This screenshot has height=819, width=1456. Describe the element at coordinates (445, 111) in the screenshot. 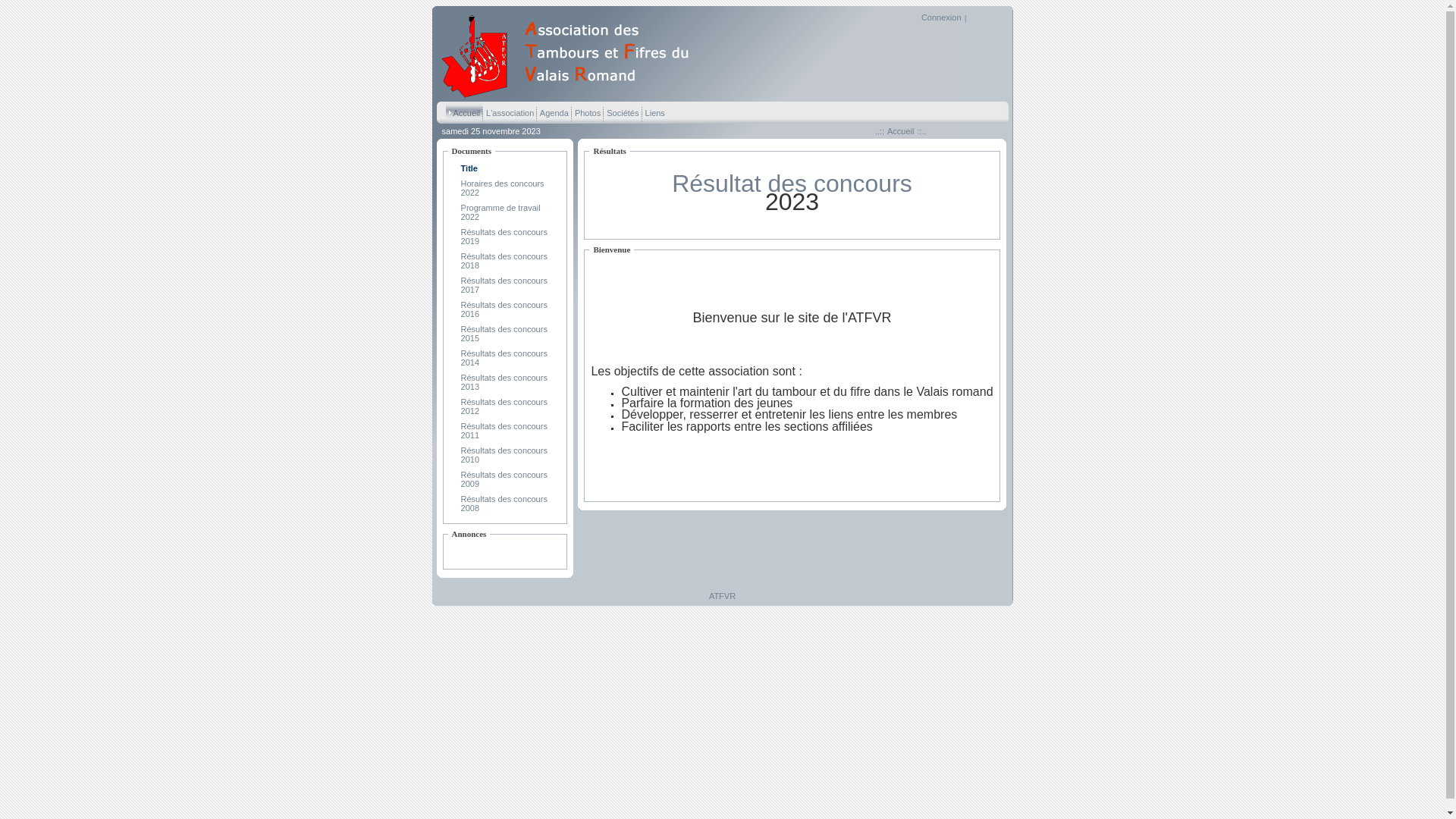

I see `'Accueil '` at that location.